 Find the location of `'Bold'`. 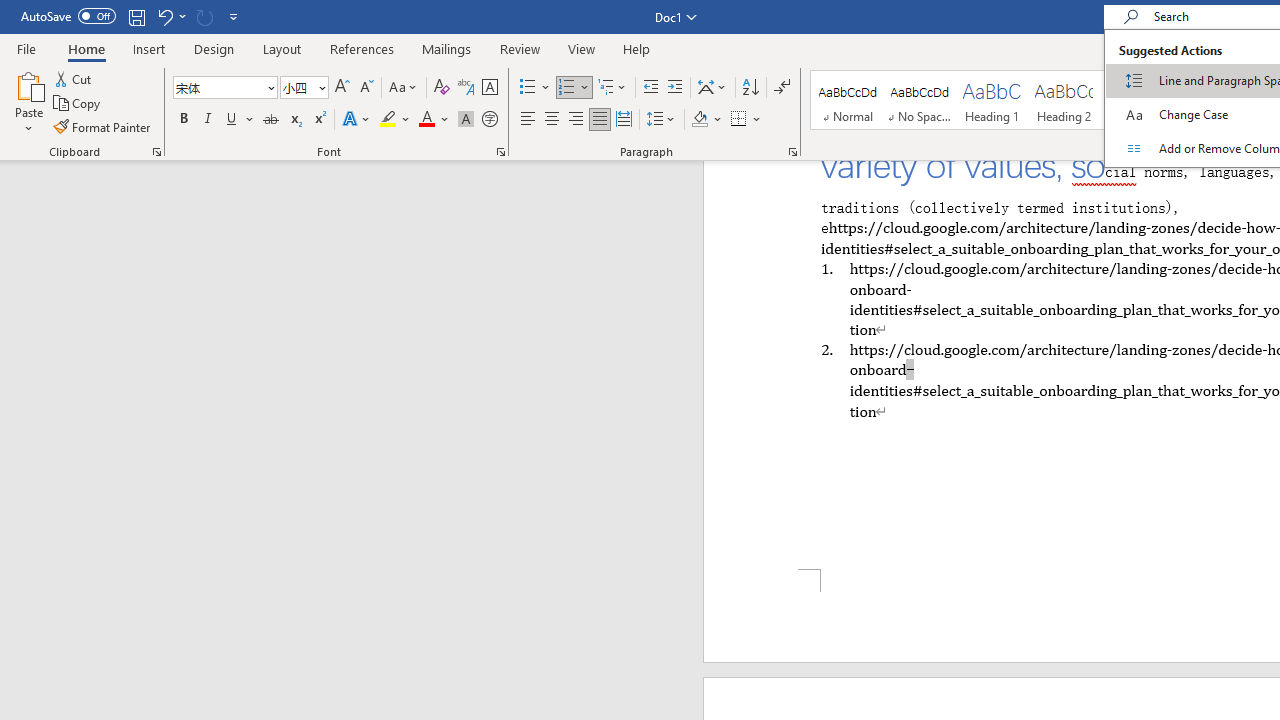

'Bold' is located at coordinates (183, 119).